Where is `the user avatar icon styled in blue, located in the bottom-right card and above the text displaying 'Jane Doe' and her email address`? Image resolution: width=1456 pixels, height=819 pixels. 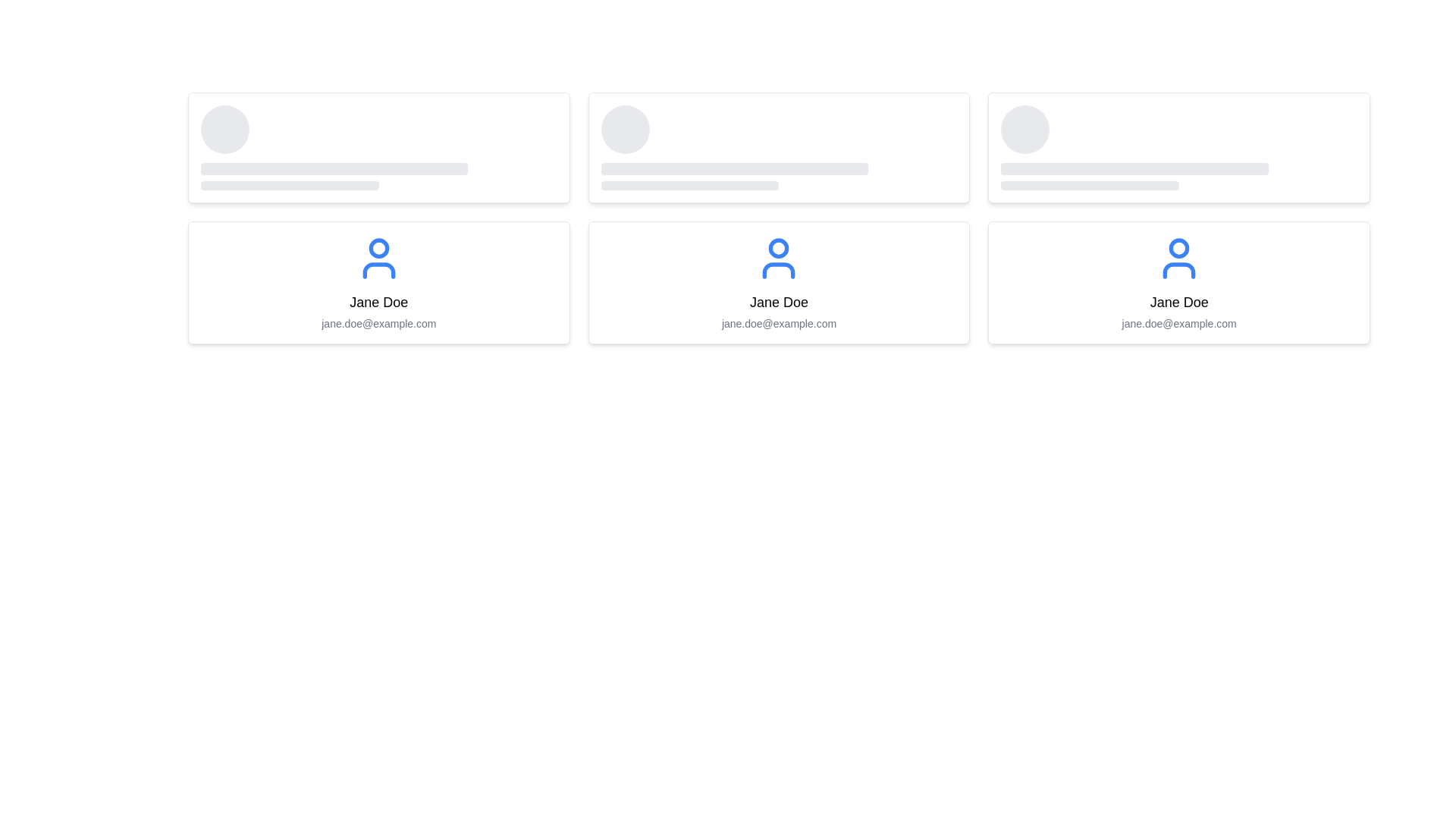 the user avatar icon styled in blue, located in the bottom-right card and above the text displaying 'Jane Doe' and her email address is located at coordinates (1178, 257).